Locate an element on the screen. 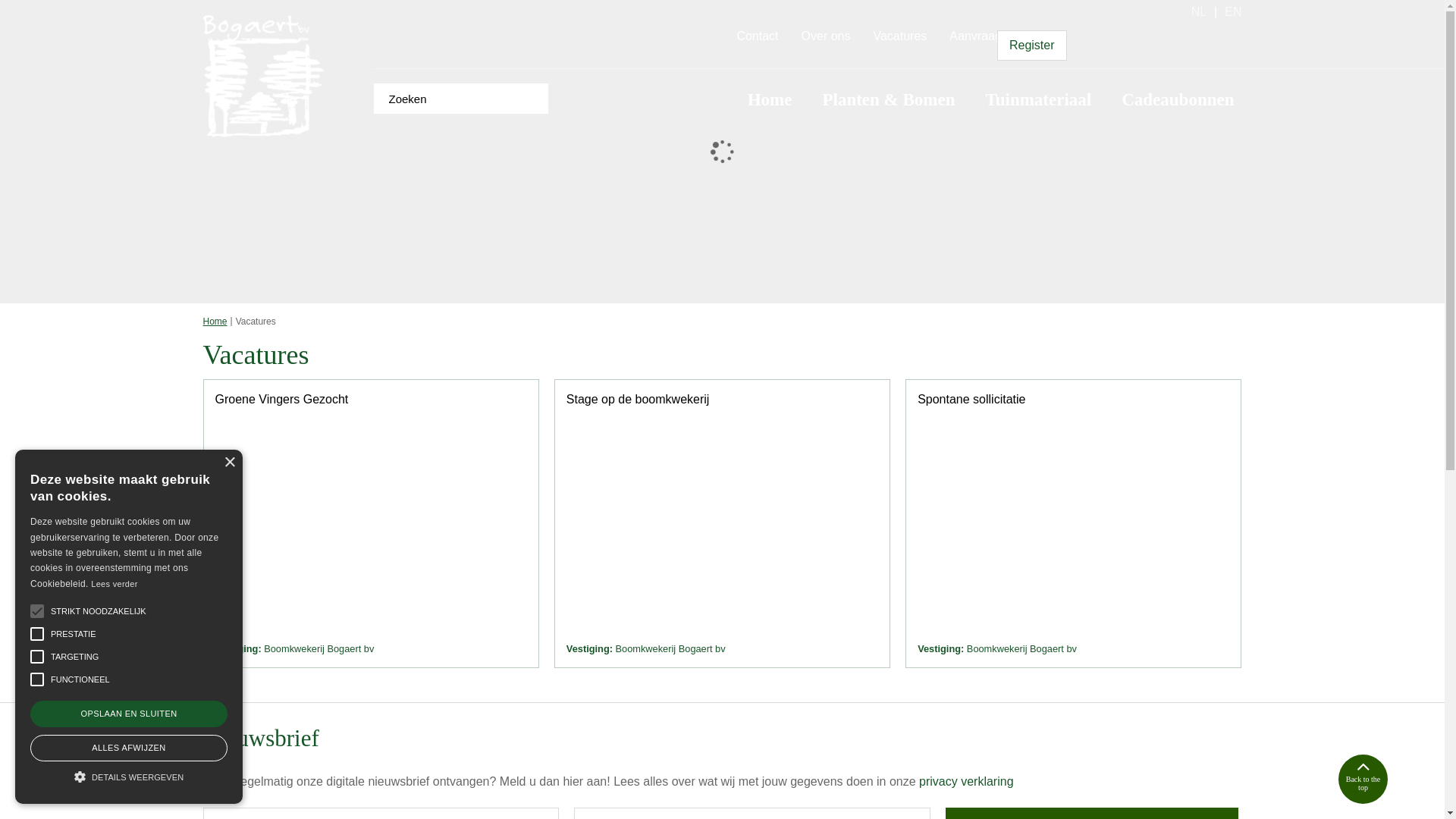  'Zoeken' is located at coordinates (531, 99).